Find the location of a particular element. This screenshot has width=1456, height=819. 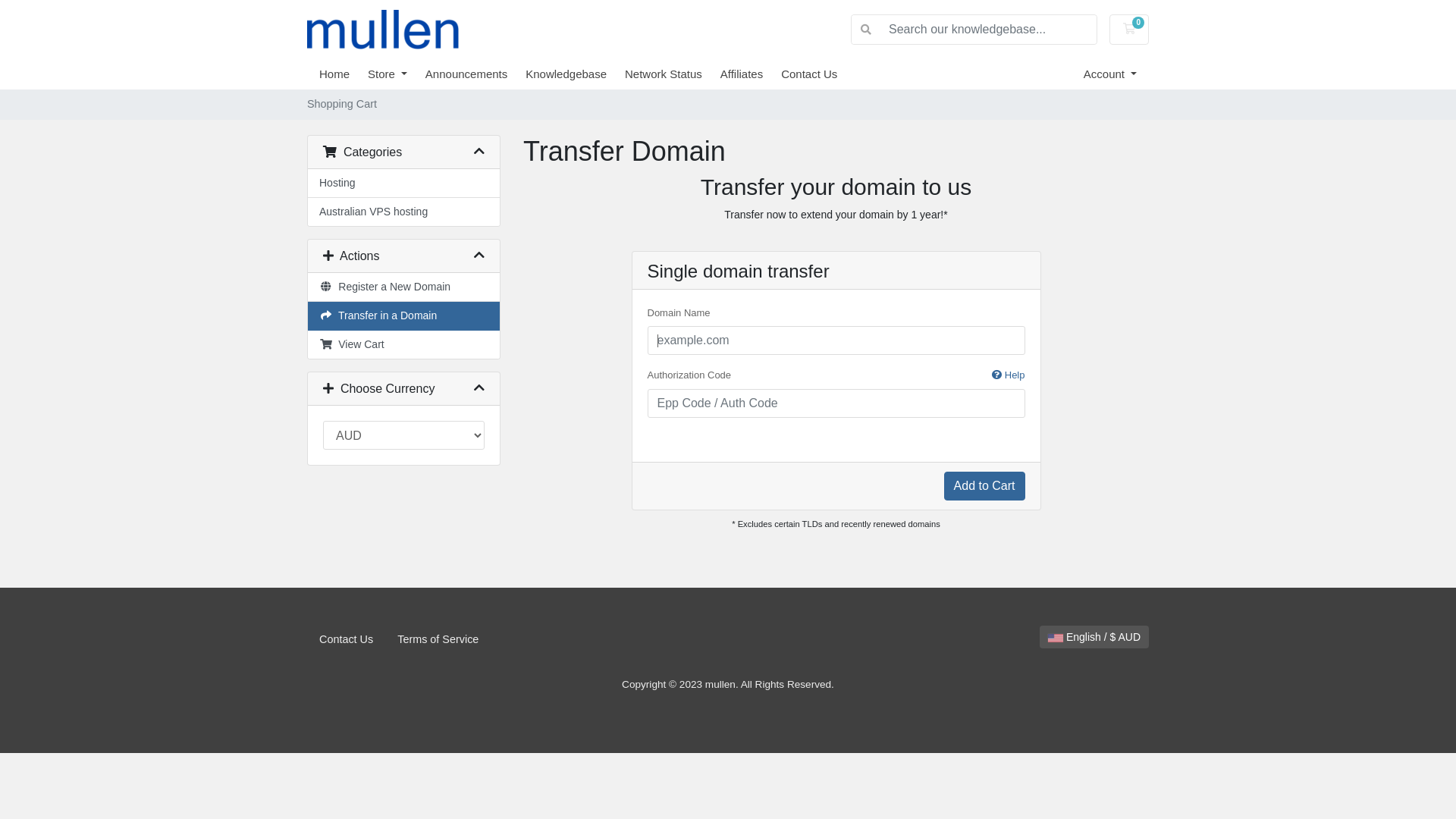

'English / $ AUD' is located at coordinates (1094, 637).